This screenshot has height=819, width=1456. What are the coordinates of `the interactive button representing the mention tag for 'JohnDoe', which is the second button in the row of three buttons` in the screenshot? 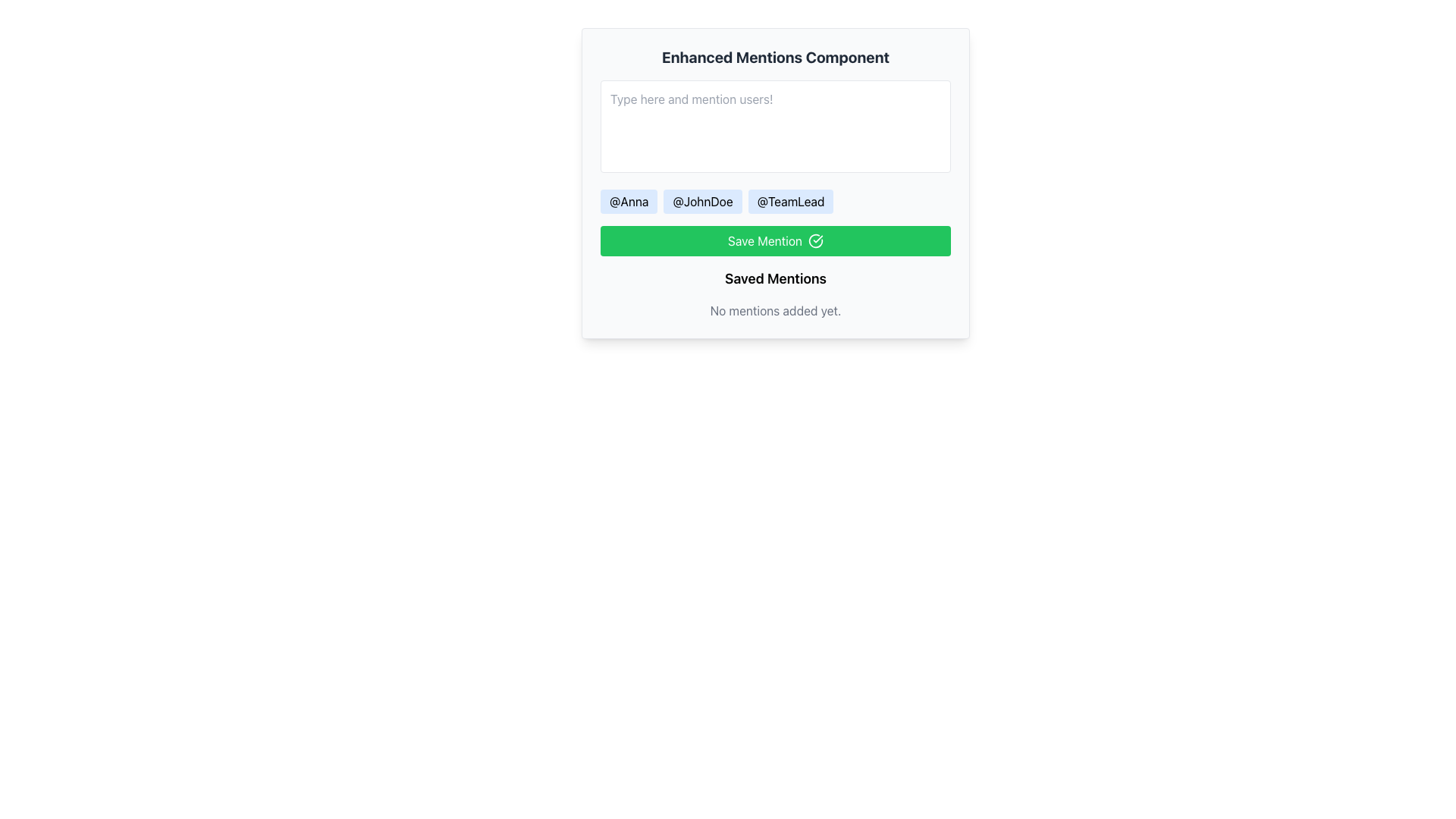 It's located at (701, 201).